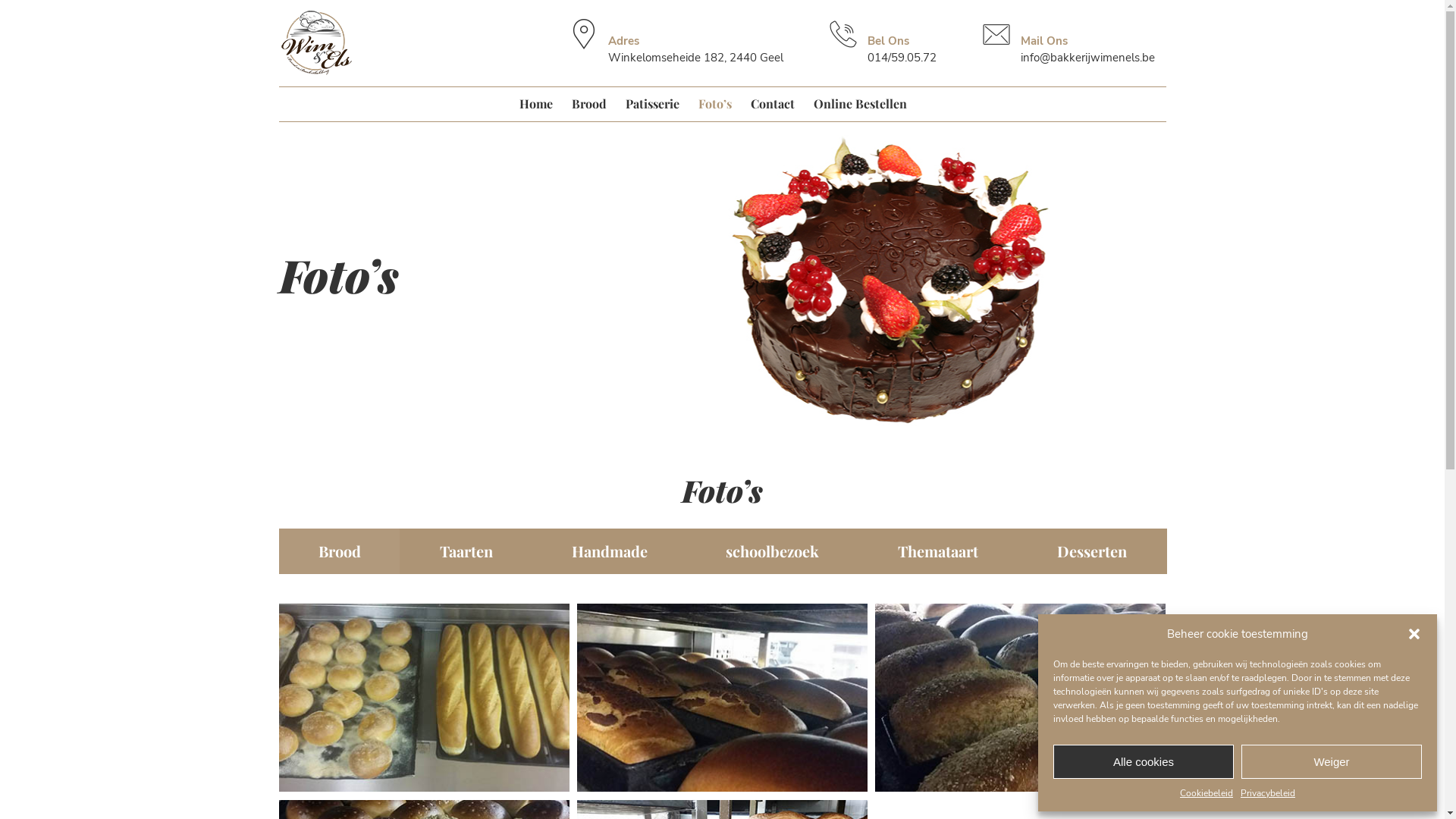  Describe the element at coordinates (1331, 761) in the screenshot. I see `'Weiger'` at that location.